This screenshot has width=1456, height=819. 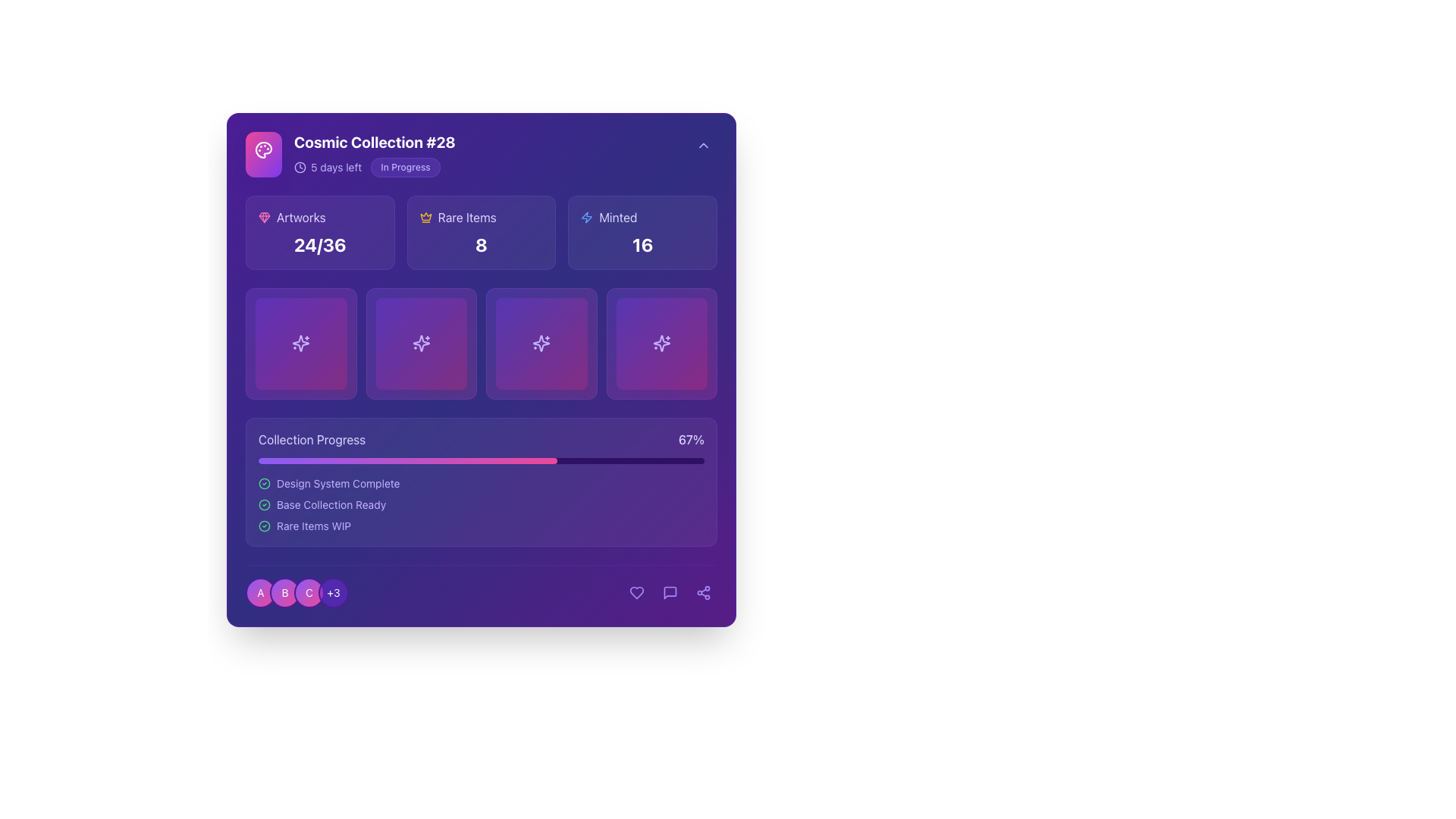 I want to click on the sparkles icon located in the third slot of the grid of square containers, which features a star shape with surrounding sparkles and has soft purple tones, so click(x=541, y=344).